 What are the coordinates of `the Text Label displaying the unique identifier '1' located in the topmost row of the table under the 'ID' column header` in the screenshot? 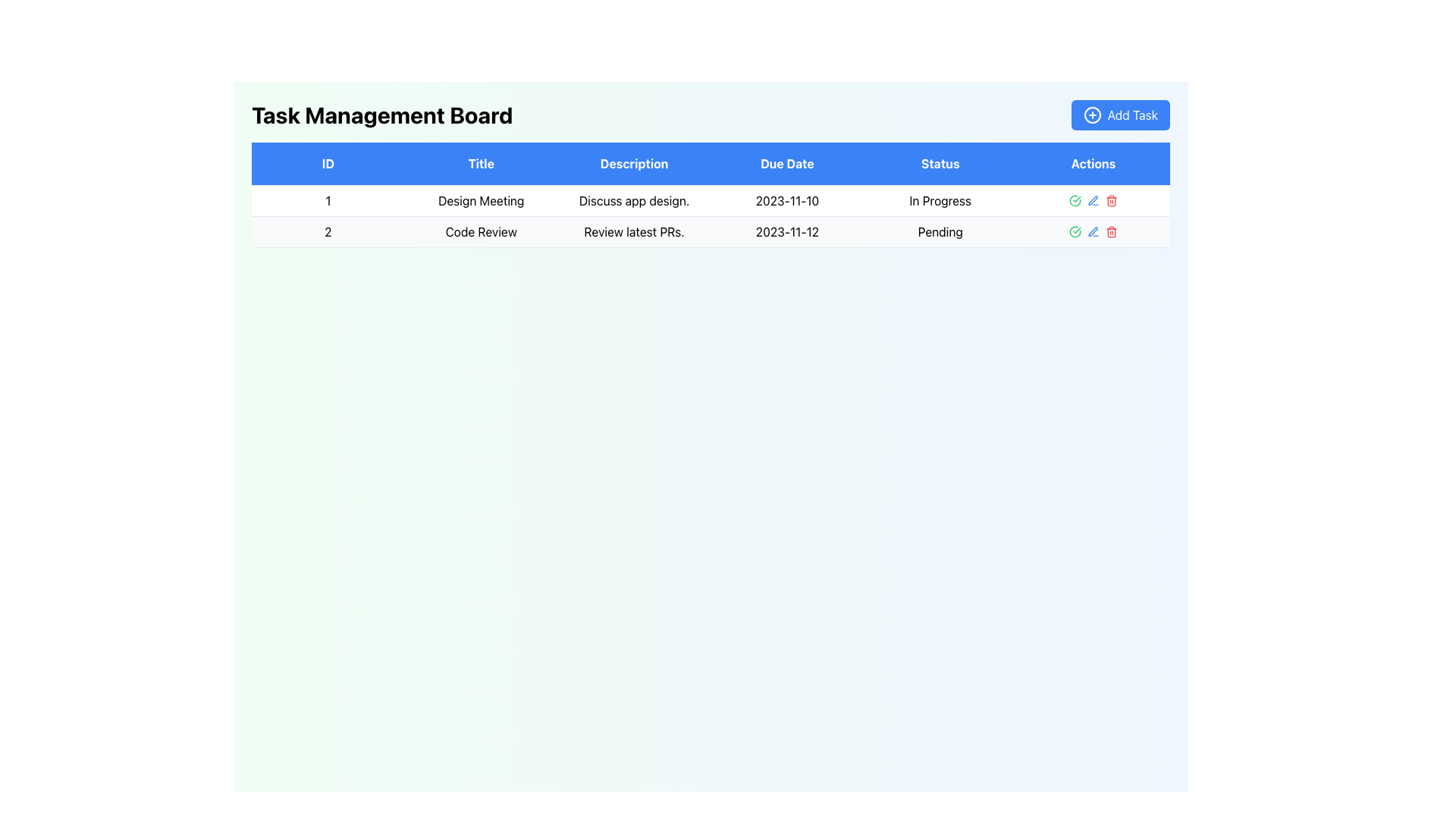 It's located at (327, 200).